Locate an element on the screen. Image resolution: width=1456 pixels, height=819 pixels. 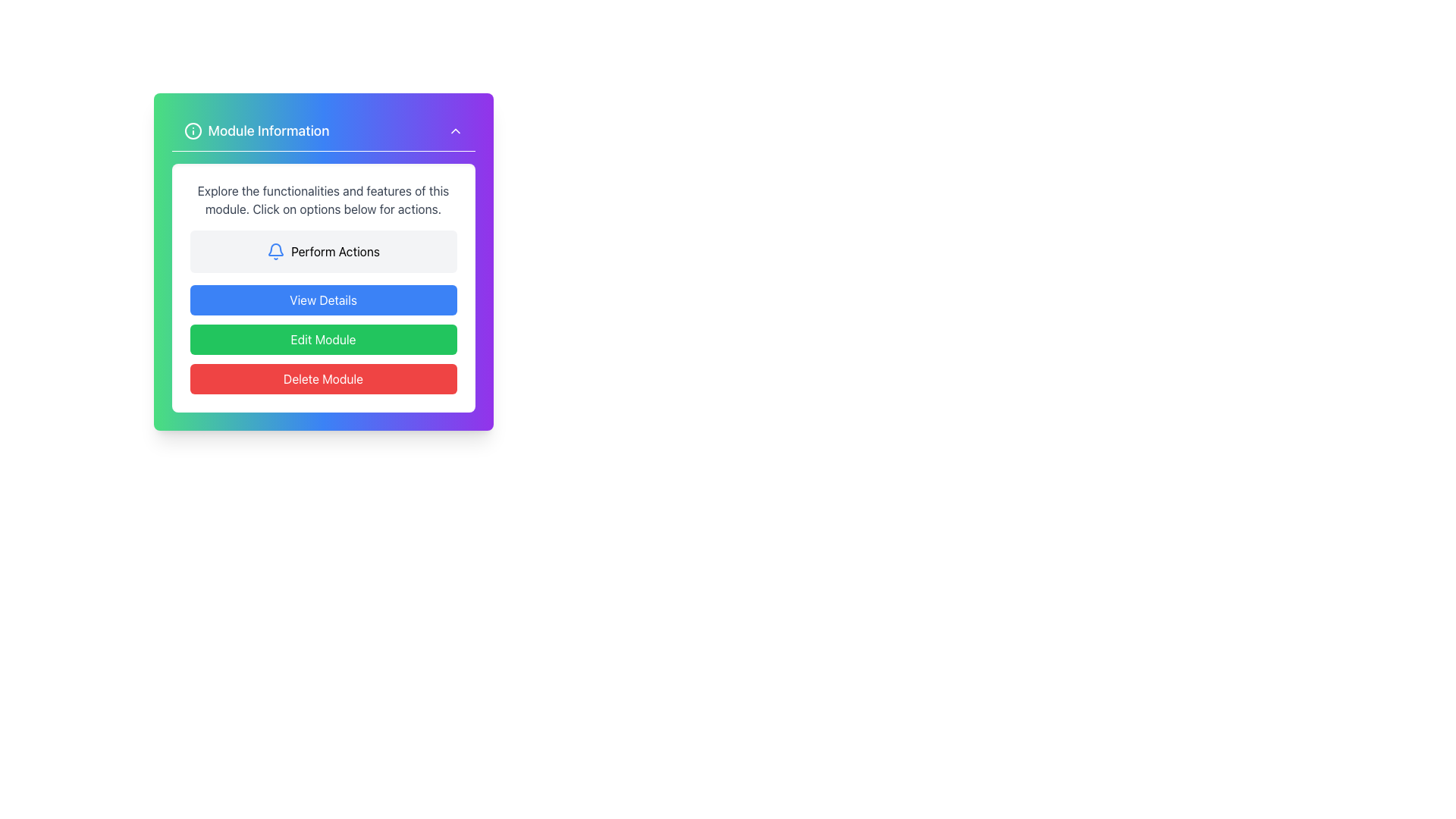
the delete button located at the bottom of the 'Module Information' dialog box to observe its hover effects is located at coordinates (322, 378).